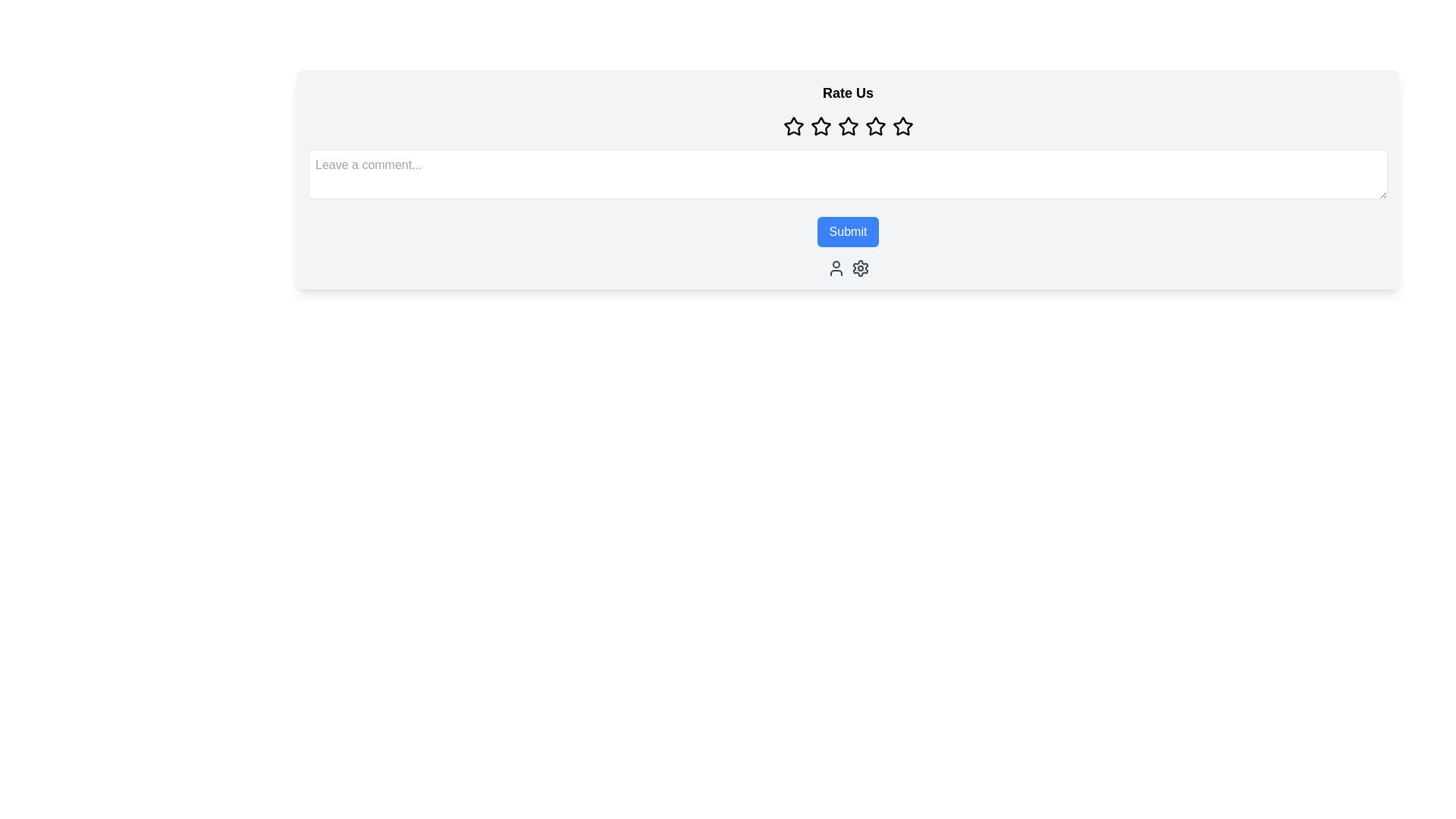 The width and height of the screenshot is (1456, 819). I want to click on the third star icon in the horizontal rating bar, so click(847, 125).